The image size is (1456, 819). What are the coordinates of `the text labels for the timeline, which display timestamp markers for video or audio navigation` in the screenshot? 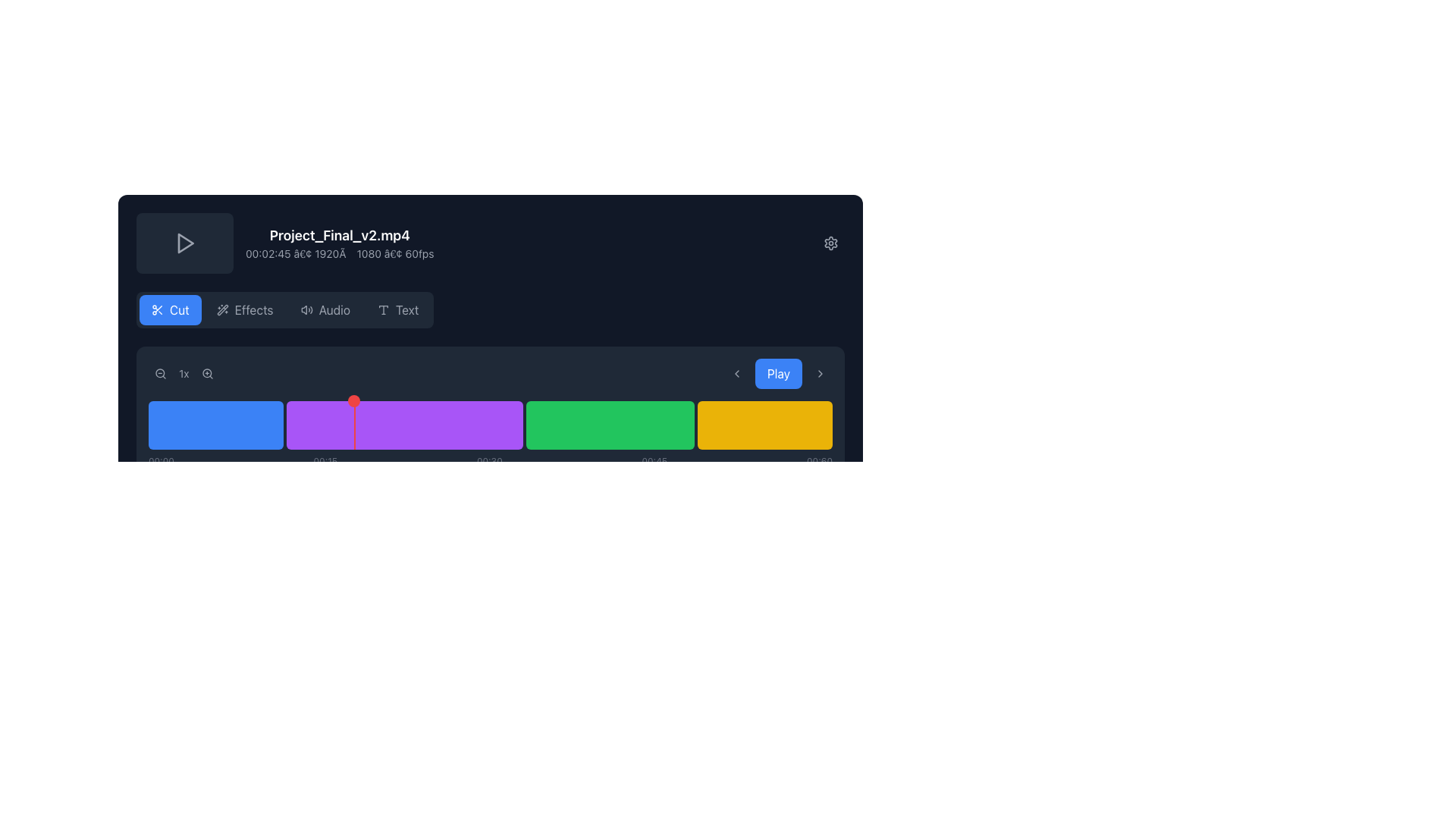 It's located at (491, 461).